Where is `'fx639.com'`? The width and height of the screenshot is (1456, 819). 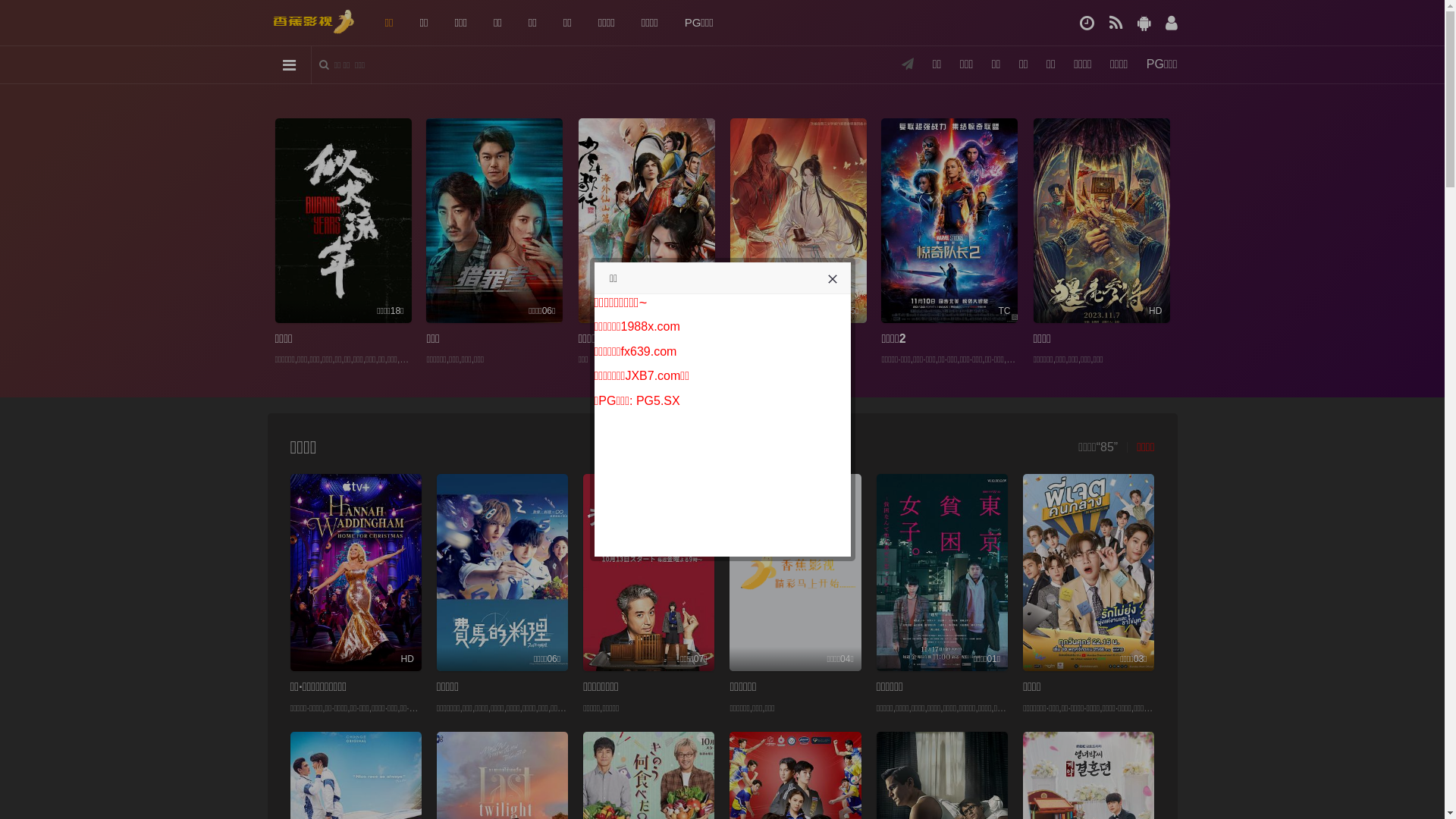
'fx639.com' is located at coordinates (648, 351).